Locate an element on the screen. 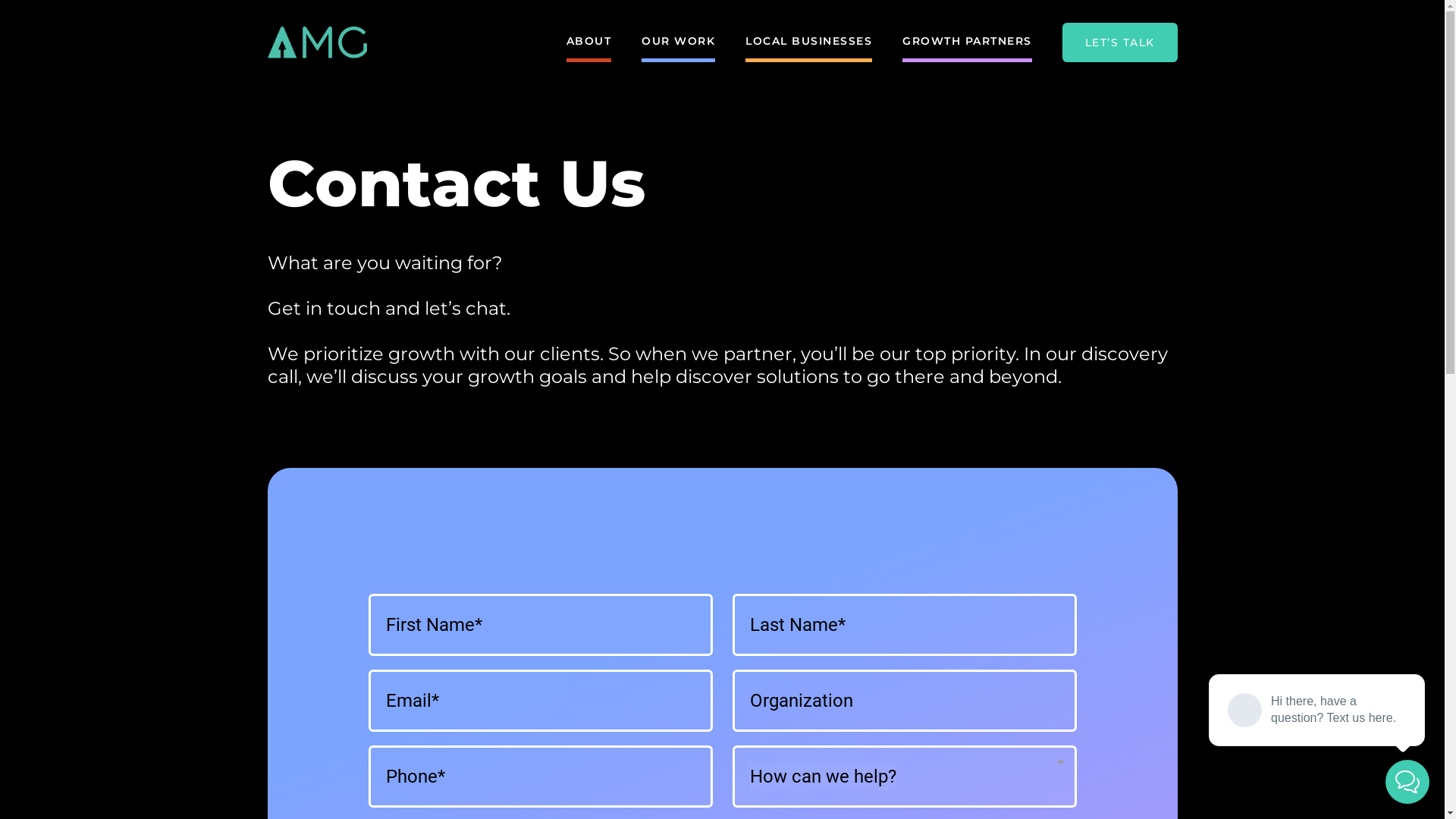  'ABOUT' is located at coordinates (588, 42).